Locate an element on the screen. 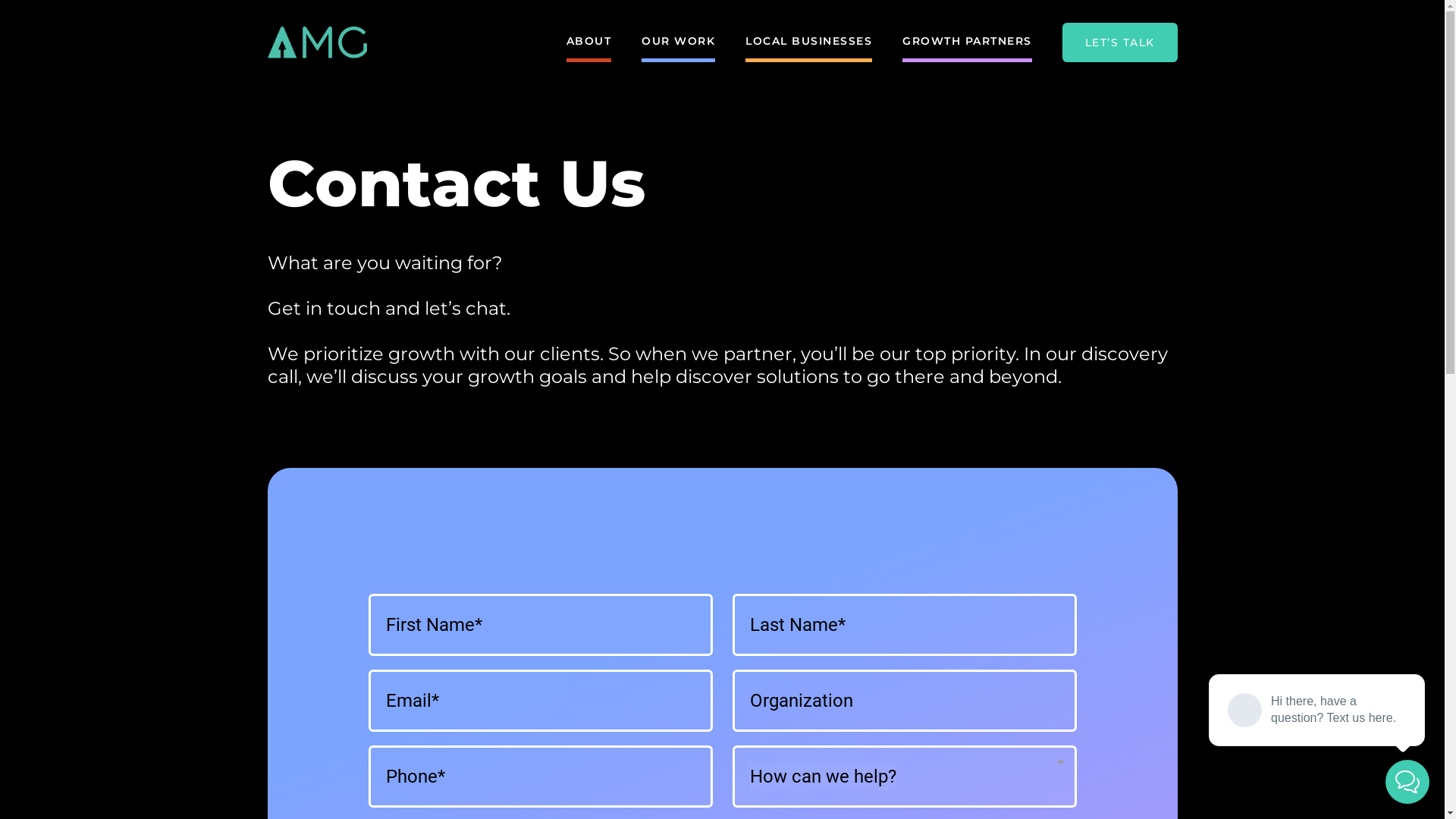  'ABOUT' is located at coordinates (588, 42).